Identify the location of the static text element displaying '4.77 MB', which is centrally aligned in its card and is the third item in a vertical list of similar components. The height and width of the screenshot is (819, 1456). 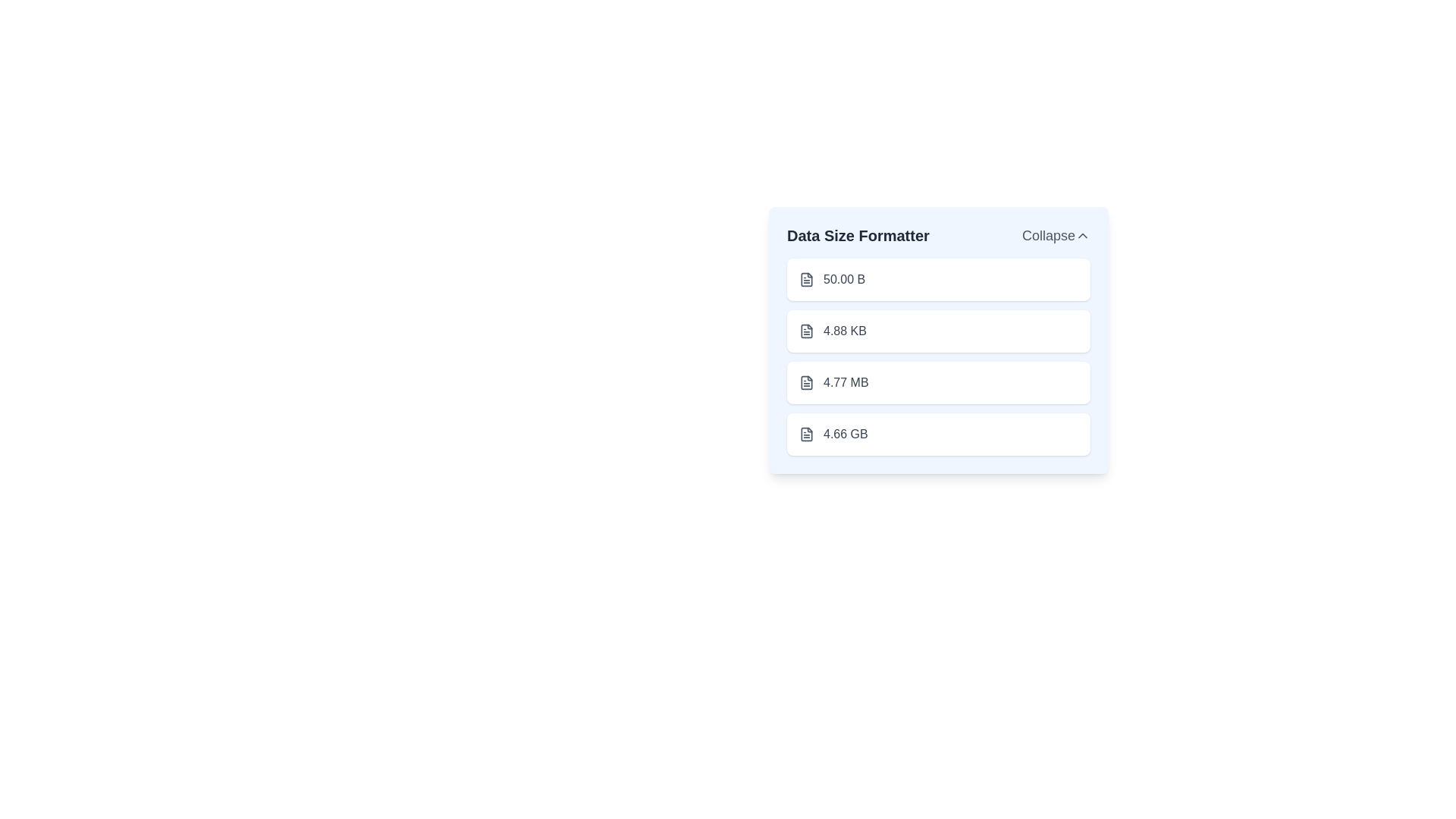
(845, 382).